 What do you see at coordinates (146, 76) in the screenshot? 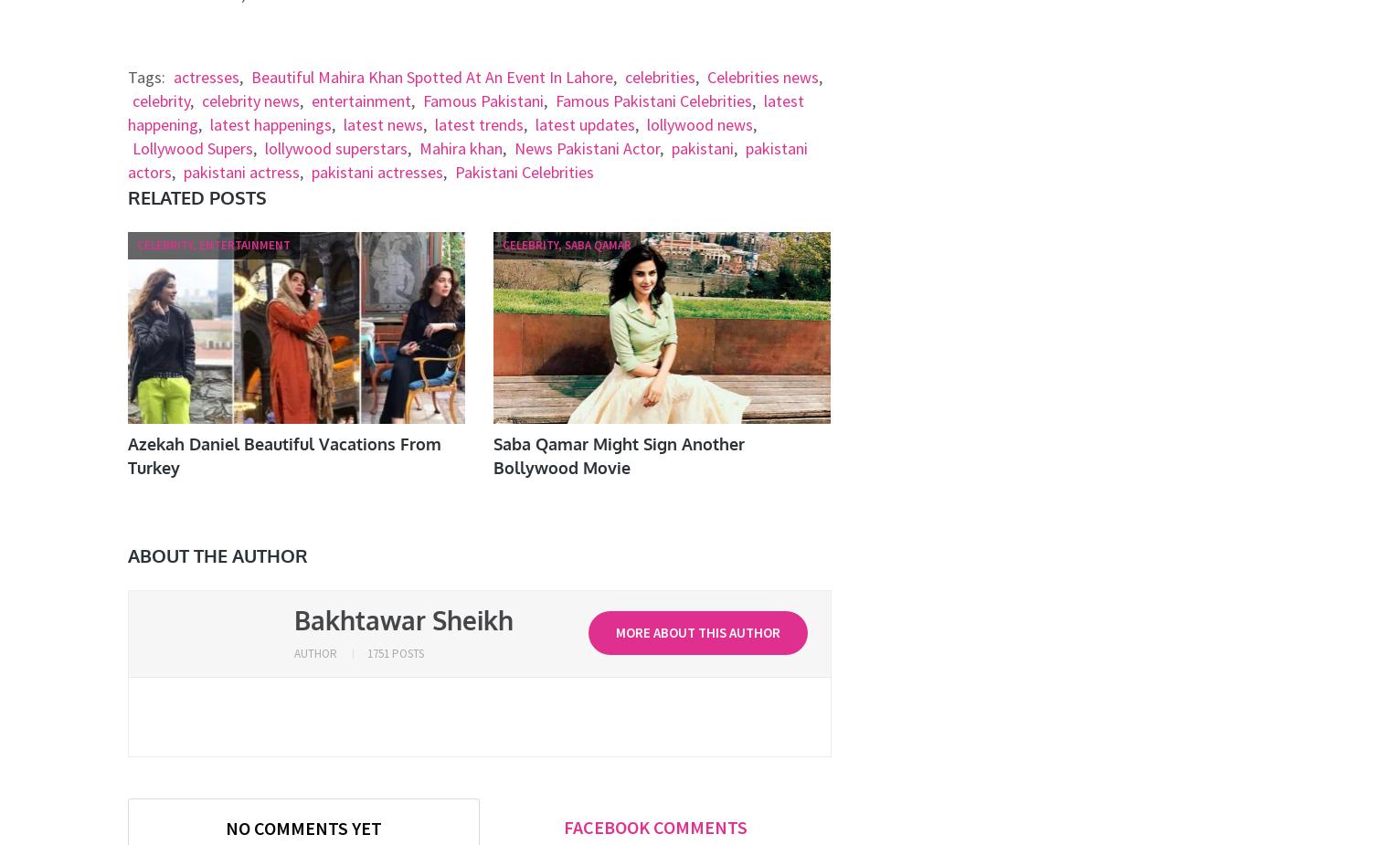
I see `'Tags:'` at bounding box center [146, 76].